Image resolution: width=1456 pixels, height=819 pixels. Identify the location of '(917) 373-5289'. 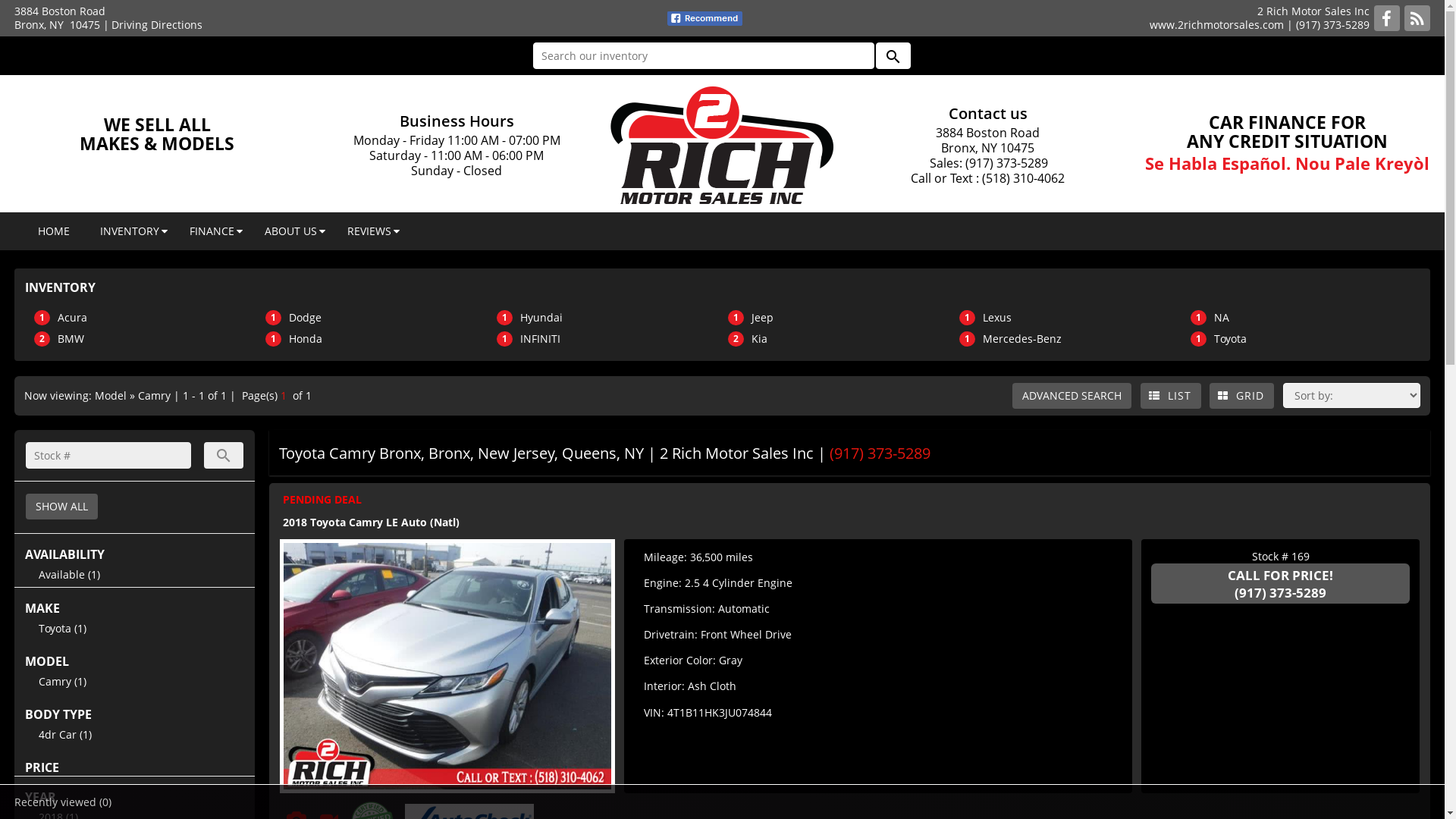
(1279, 591).